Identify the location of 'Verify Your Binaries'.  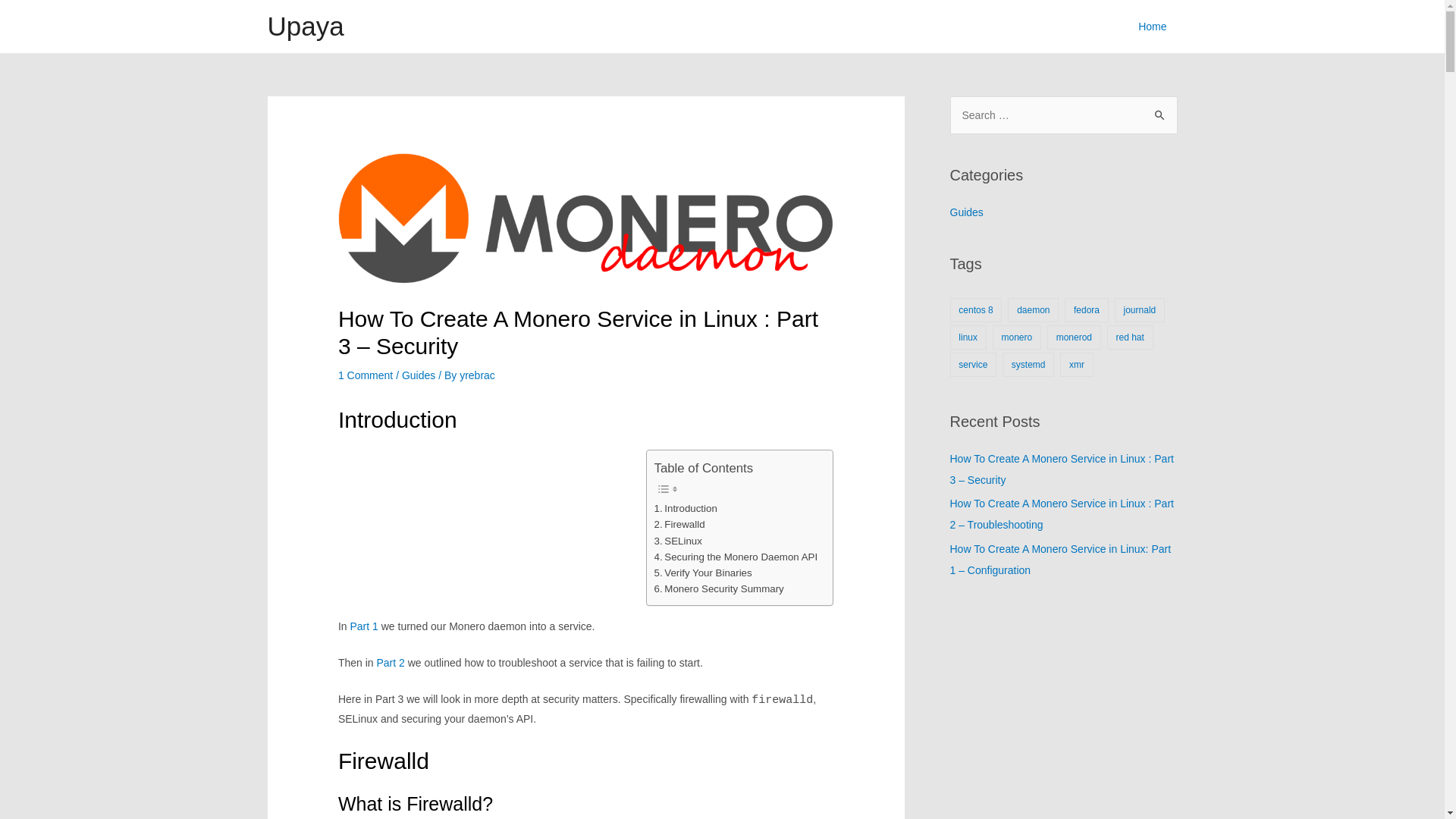
(654, 573).